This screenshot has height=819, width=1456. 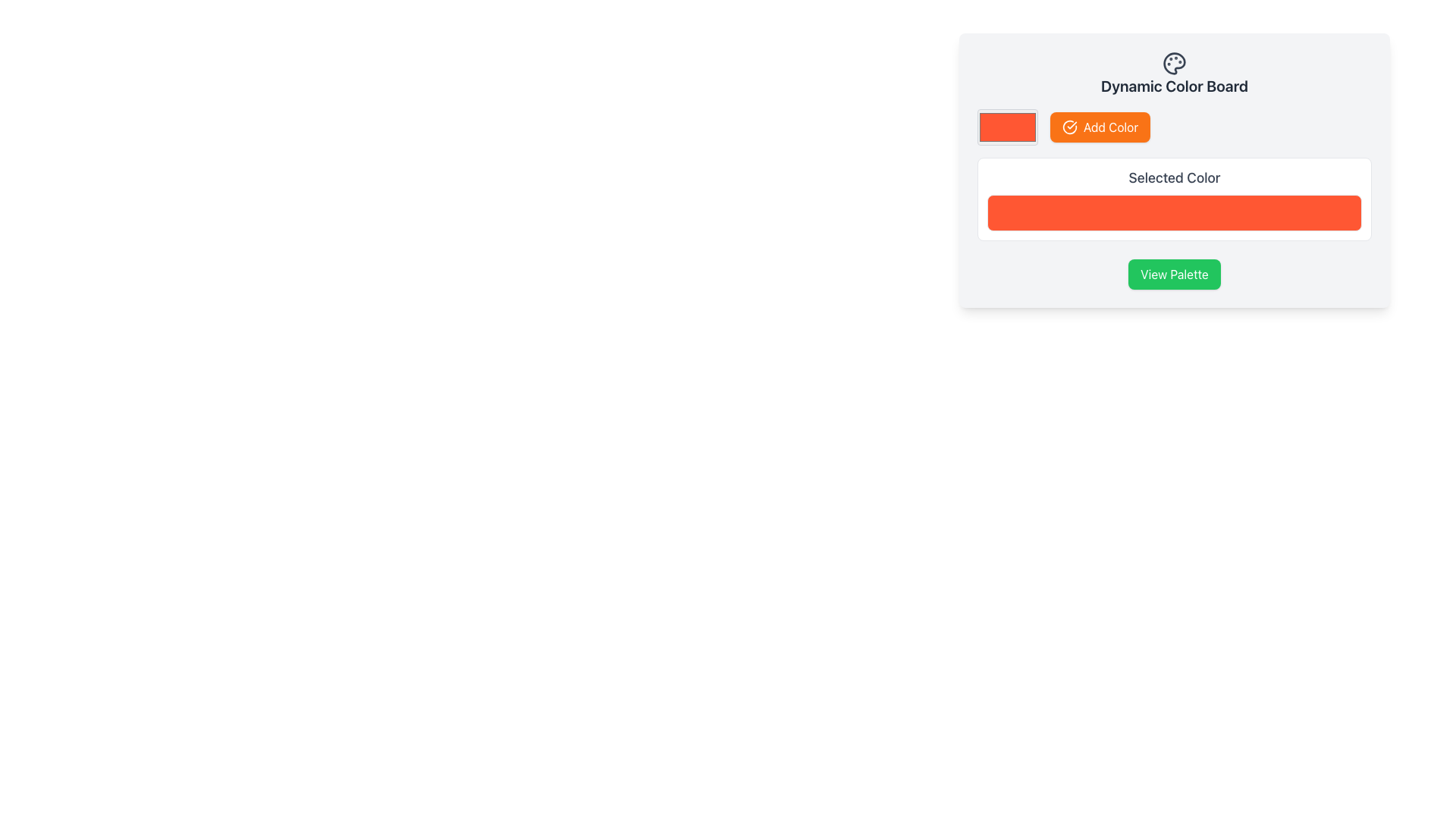 What do you see at coordinates (1008, 127) in the screenshot?
I see `the color picker input` at bounding box center [1008, 127].